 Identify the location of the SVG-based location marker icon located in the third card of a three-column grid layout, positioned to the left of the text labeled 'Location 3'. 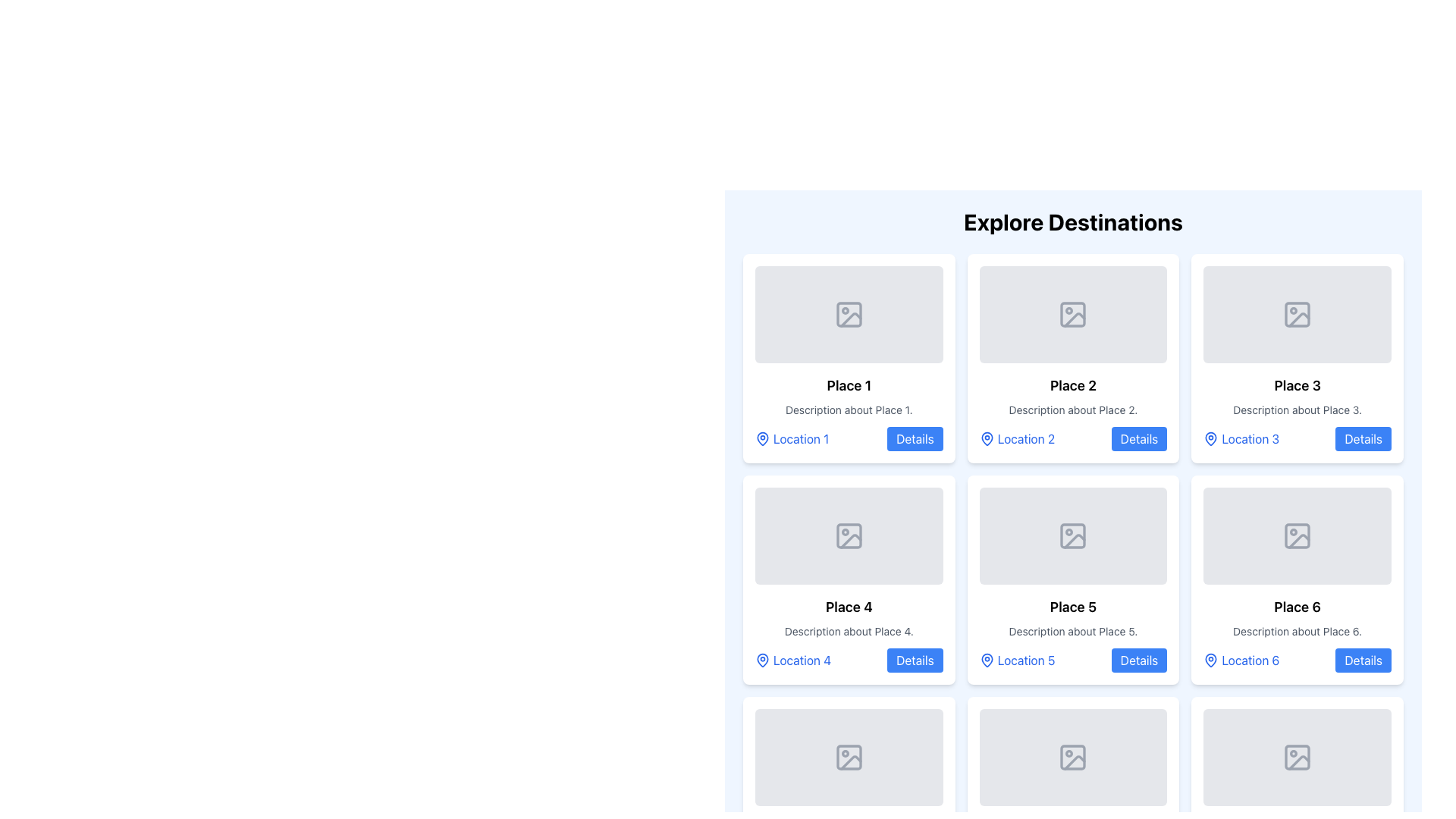
(1210, 438).